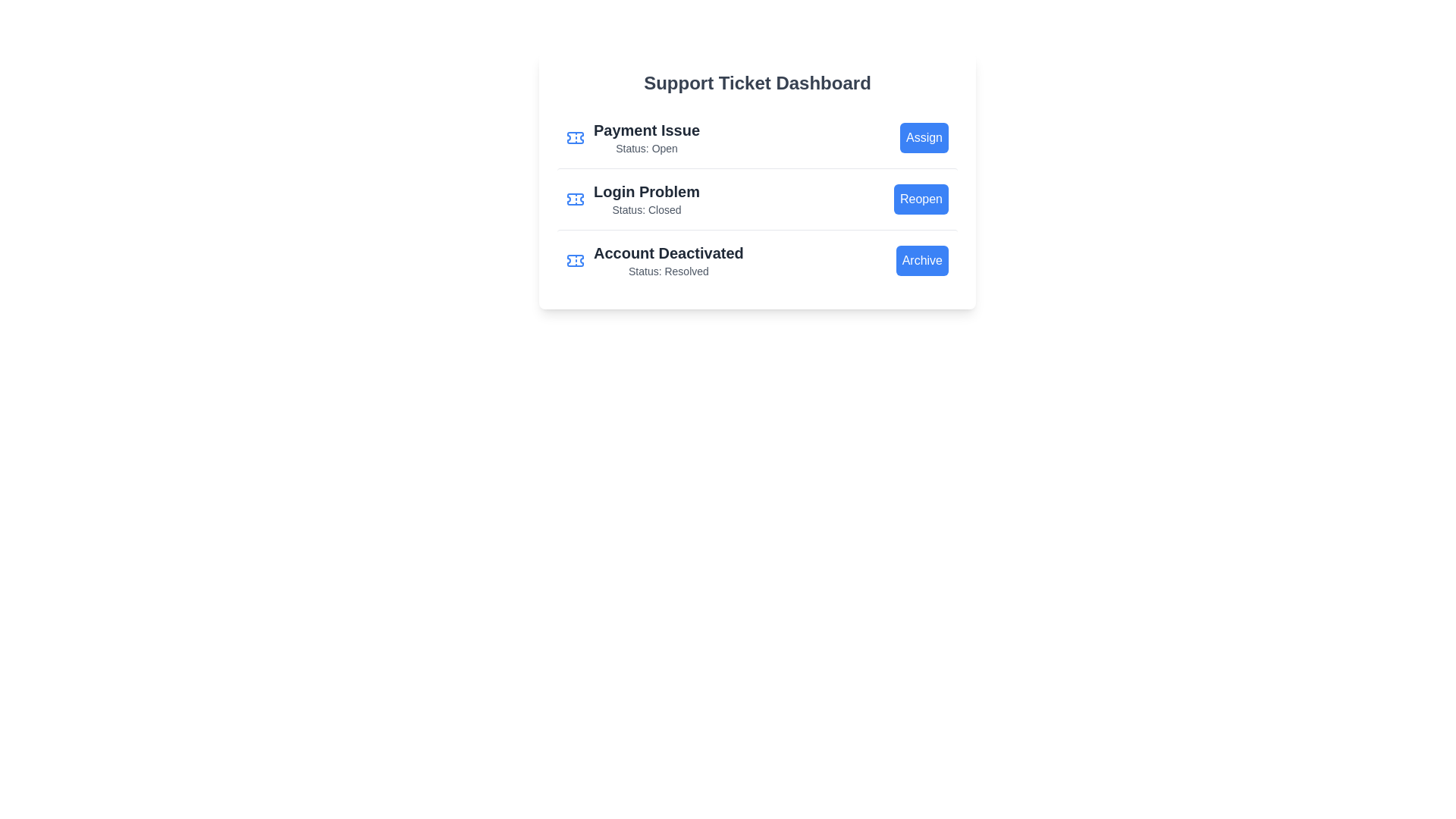 This screenshot has height=819, width=1456. I want to click on the ticket title Login Problem from the list, so click(633, 198).